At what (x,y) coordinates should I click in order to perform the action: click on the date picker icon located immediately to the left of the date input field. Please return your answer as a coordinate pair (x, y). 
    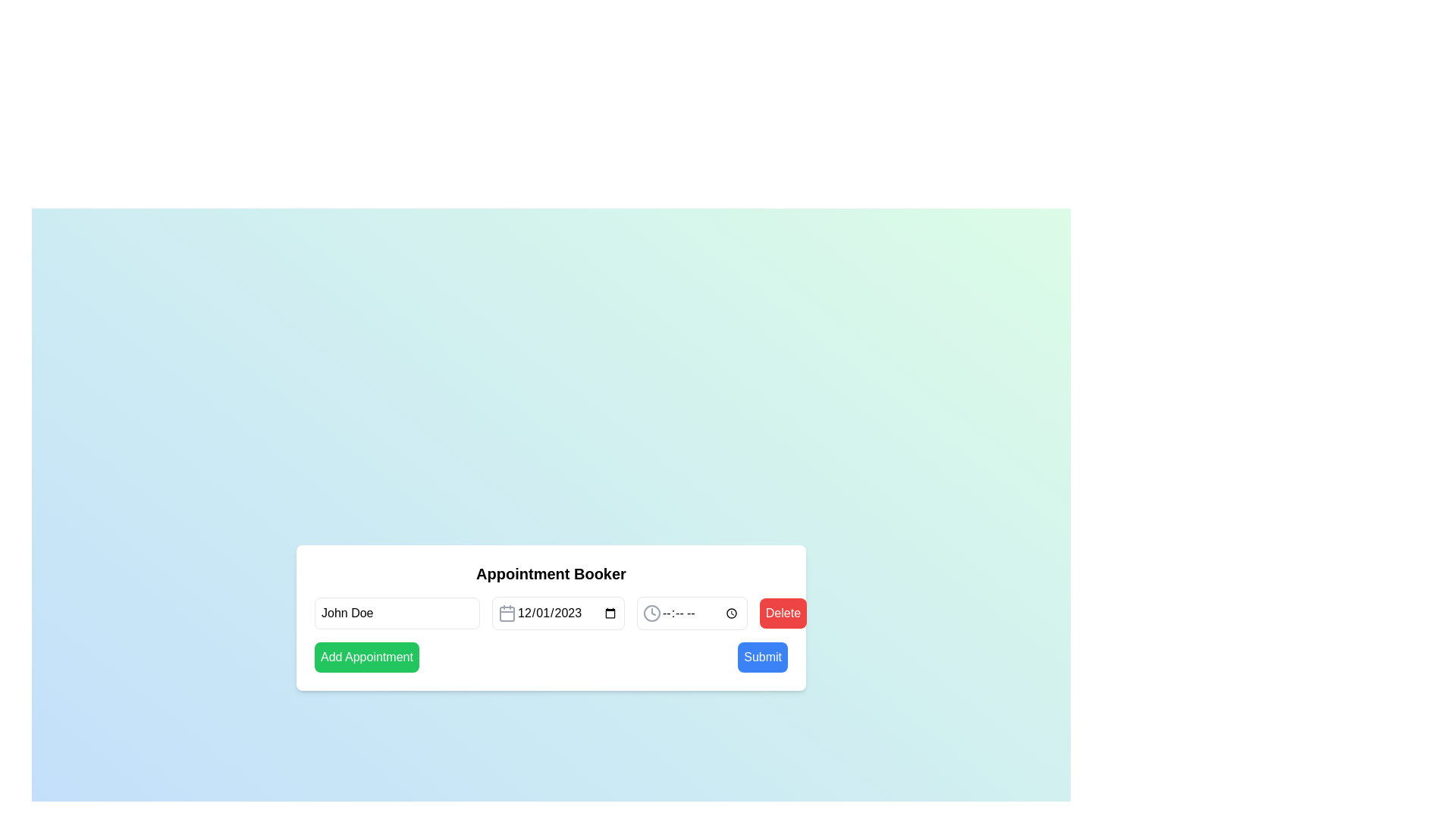
    Looking at the image, I should click on (507, 613).